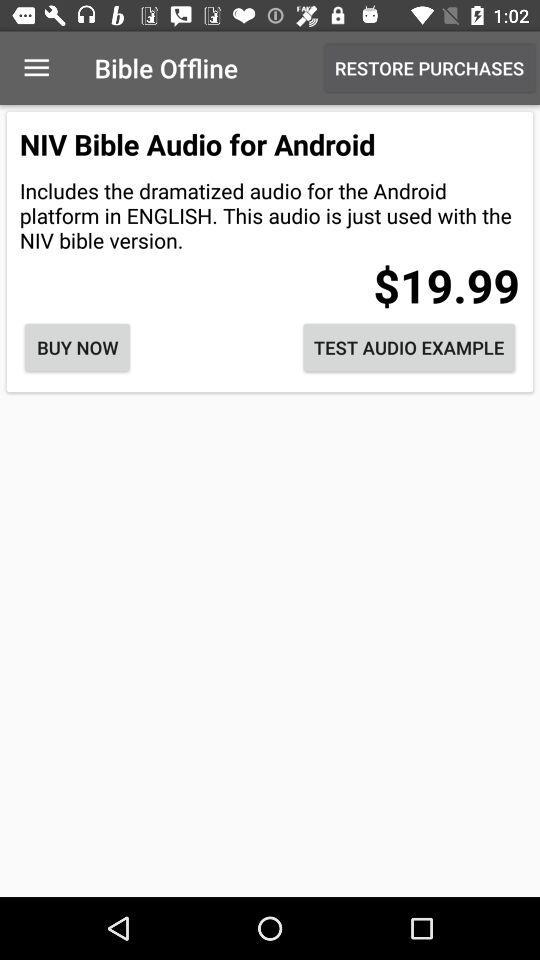  I want to click on item to the left of bible offline icon, so click(36, 68).